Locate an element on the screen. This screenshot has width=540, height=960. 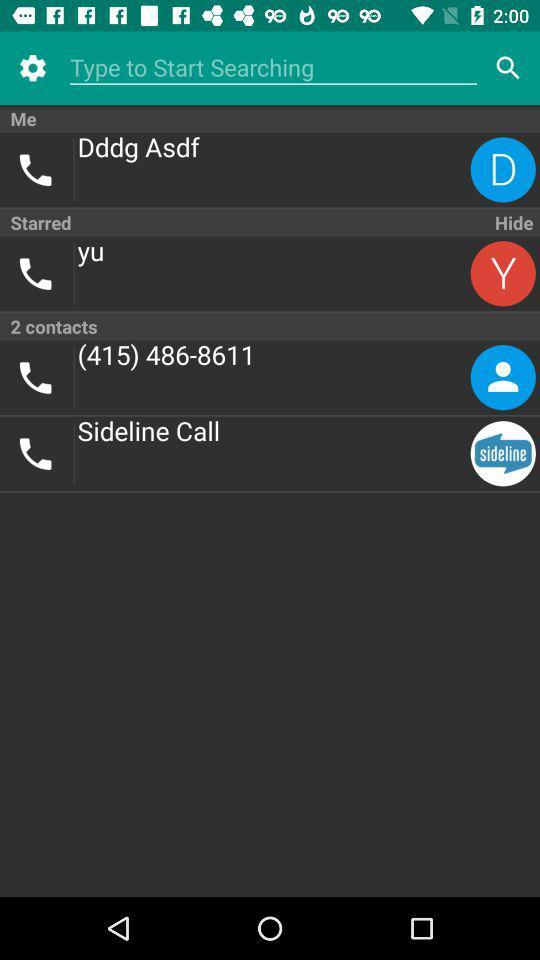
the item to the right of the starred item is located at coordinates (512, 222).